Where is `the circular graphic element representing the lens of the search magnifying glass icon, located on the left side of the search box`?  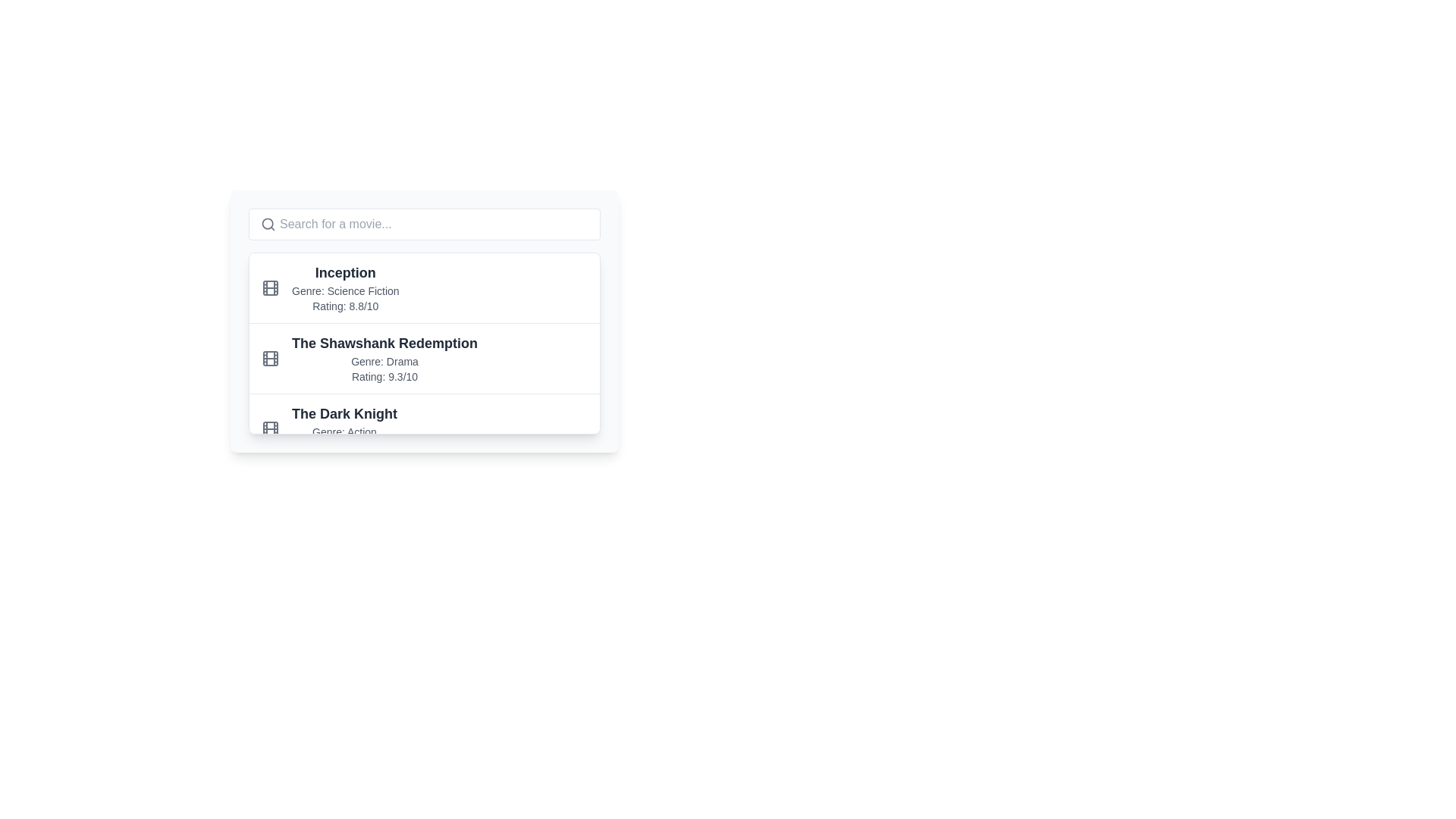 the circular graphic element representing the lens of the search magnifying glass icon, located on the left side of the search box is located at coordinates (268, 224).